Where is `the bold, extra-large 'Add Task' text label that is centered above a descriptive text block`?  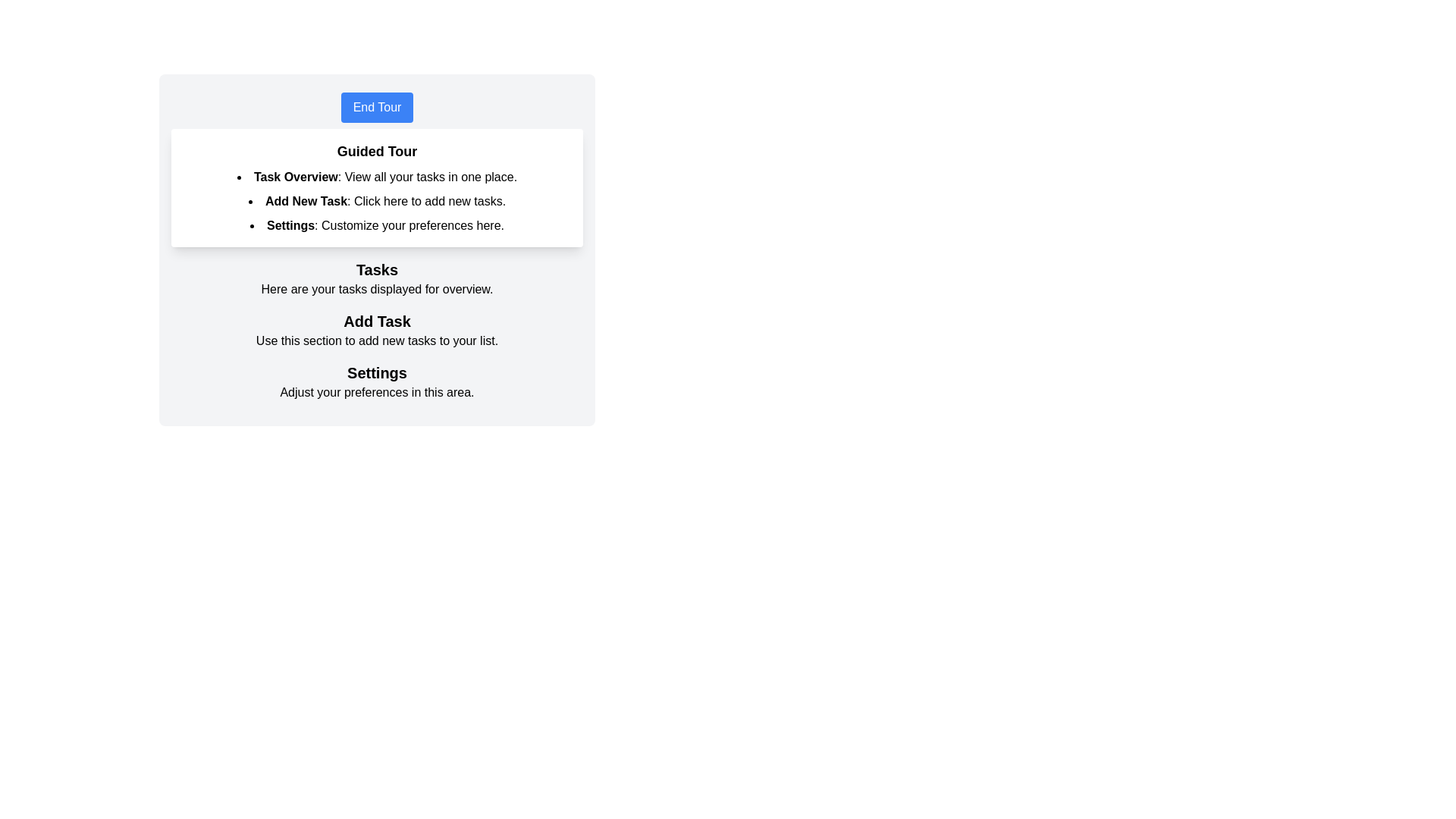 the bold, extra-large 'Add Task' text label that is centered above a descriptive text block is located at coordinates (377, 321).